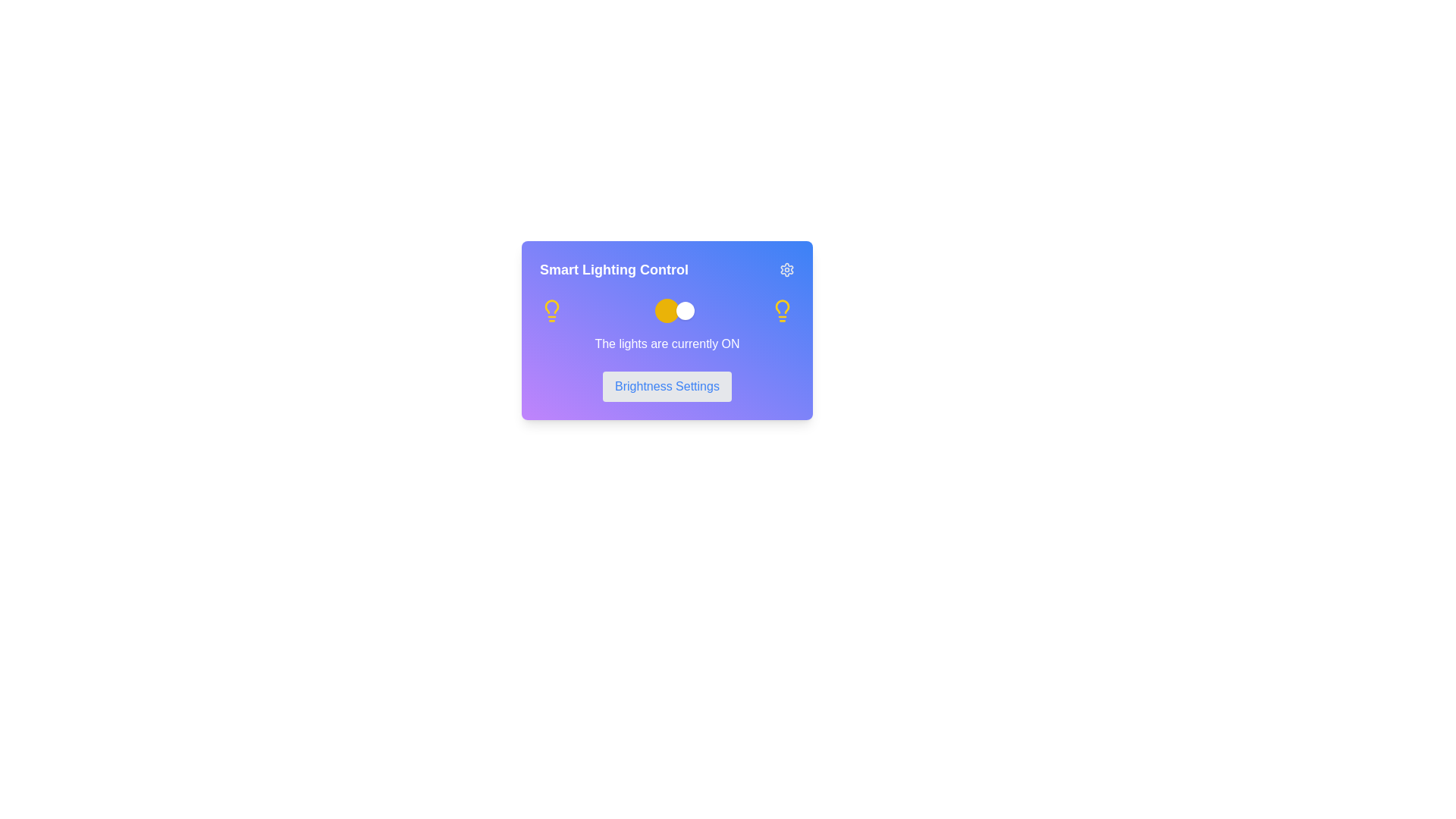  I want to click on the 'Brightness Settings' button, a rectangular button with blue text on a light grey background, located at the bottom of a card interface, so click(667, 385).